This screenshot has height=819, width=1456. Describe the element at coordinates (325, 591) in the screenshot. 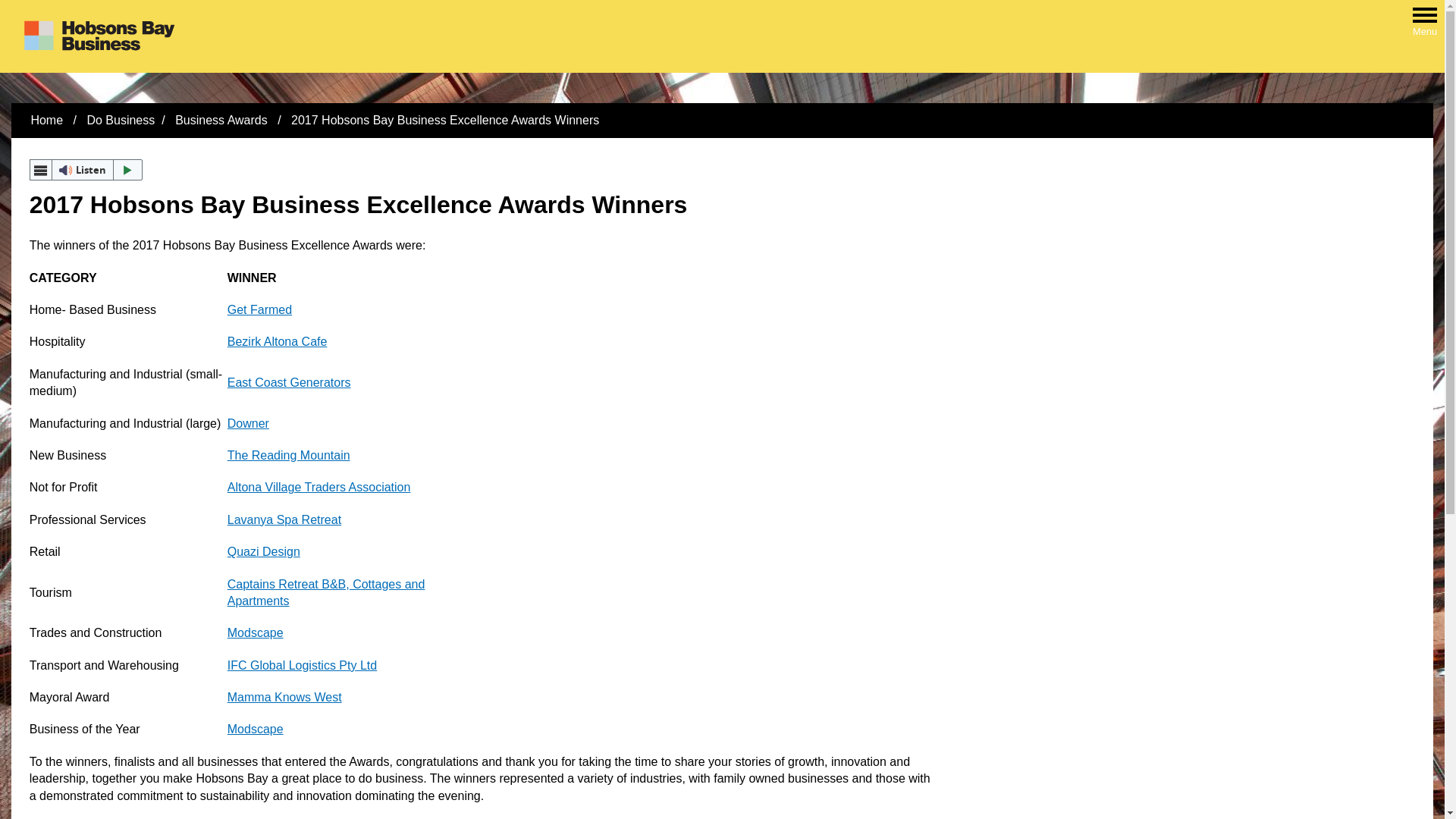

I see `'Captains Retreat B&B, Cottages and Apartments'` at that location.